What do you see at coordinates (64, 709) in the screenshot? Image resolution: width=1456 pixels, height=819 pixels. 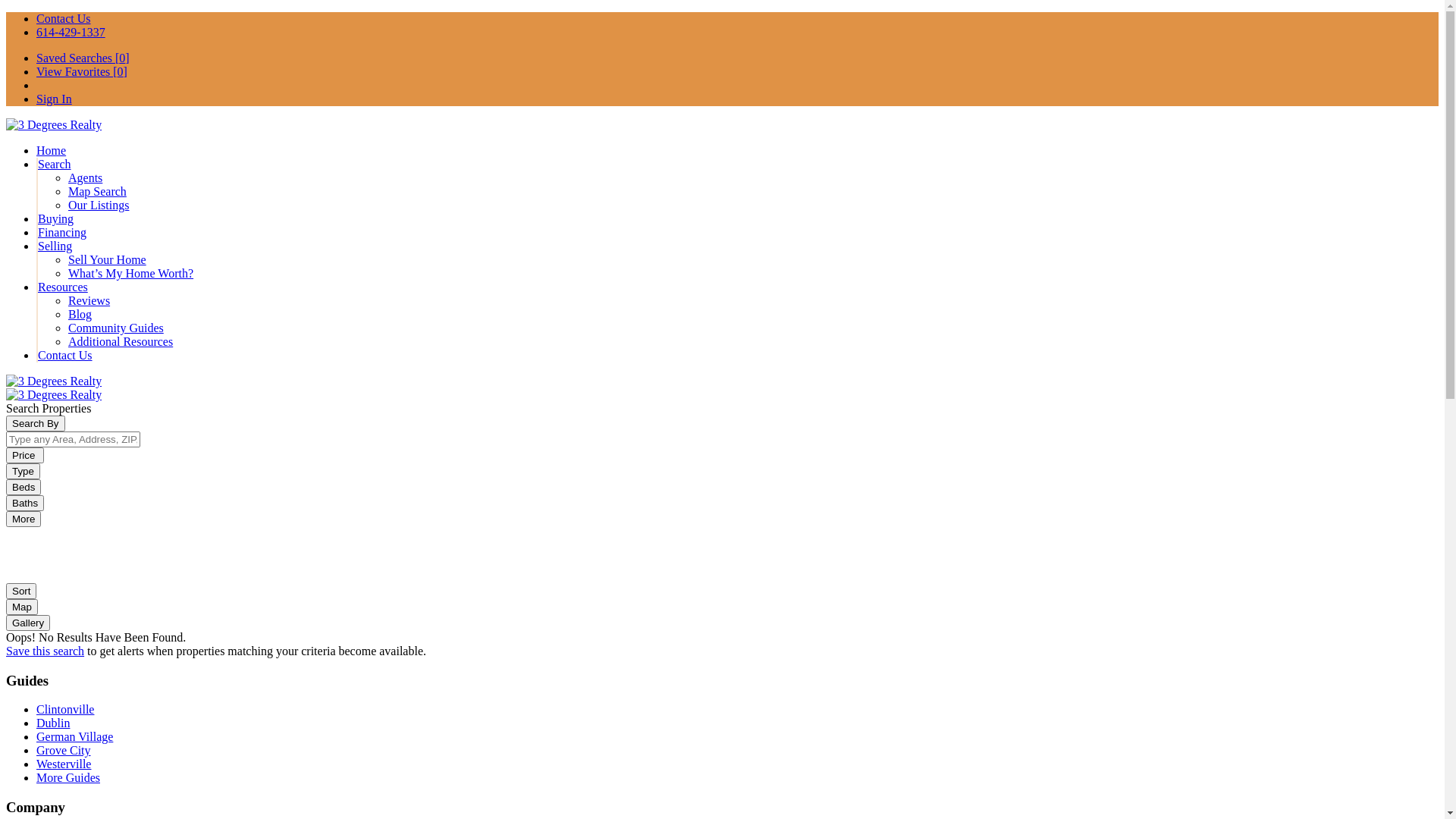 I see `'Clintonville'` at bounding box center [64, 709].